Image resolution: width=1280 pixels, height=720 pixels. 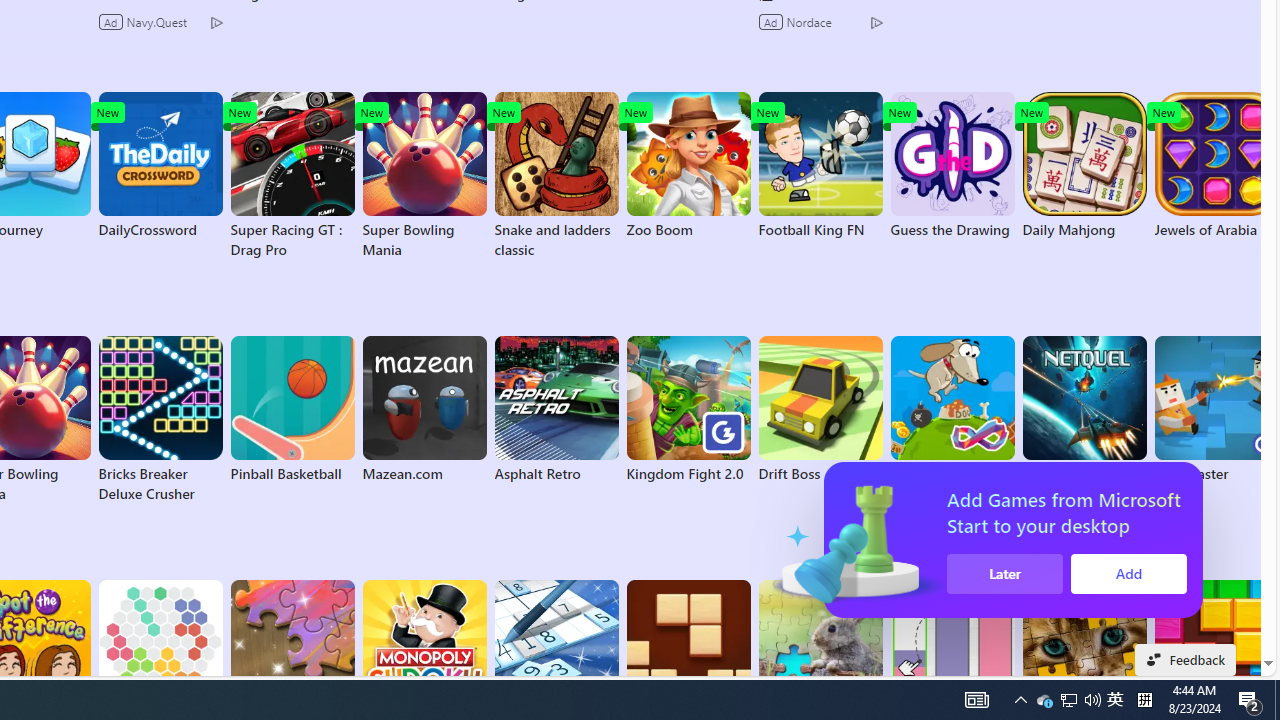 What do you see at coordinates (820, 164) in the screenshot?
I see `'Football King FN'` at bounding box center [820, 164].